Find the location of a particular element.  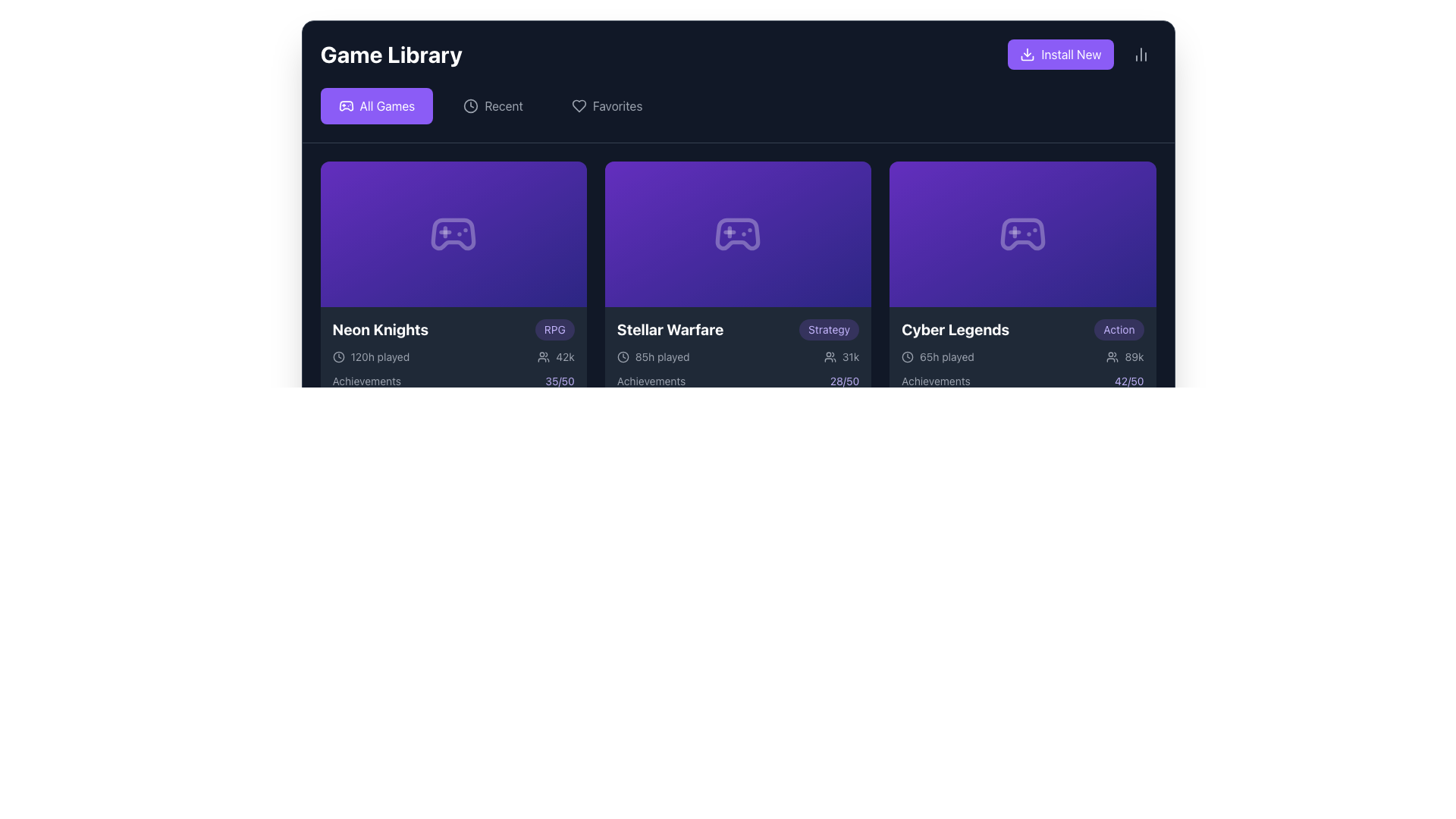

the Statistic display with icon and text showing '89k' is located at coordinates (1125, 356).